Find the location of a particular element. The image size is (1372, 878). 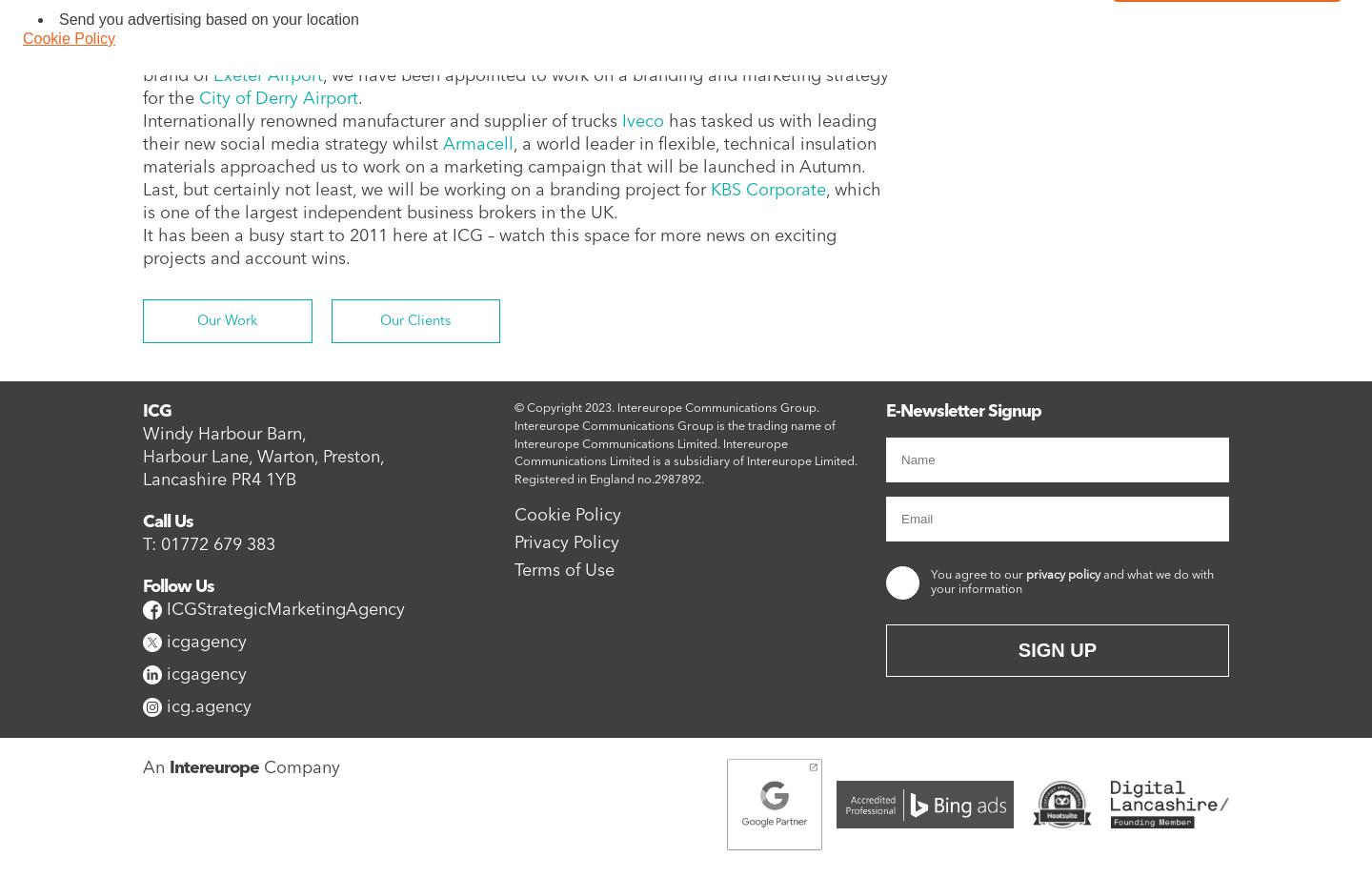

'E-Newsletter Signup' is located at coordinates (962, 411).